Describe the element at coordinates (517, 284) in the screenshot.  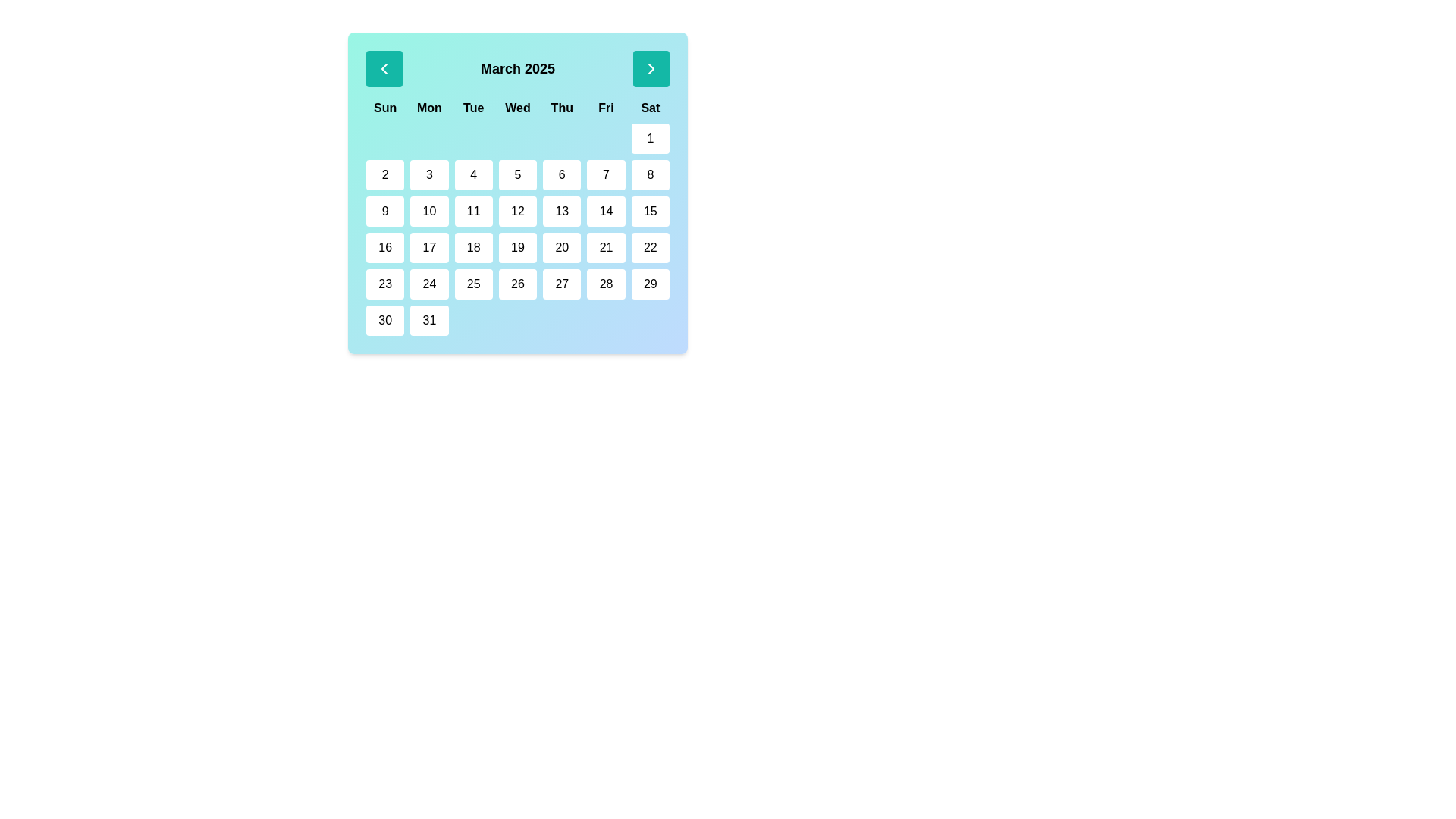
I see `the button representing the 26th day of the month in the calendar widget` at that location.